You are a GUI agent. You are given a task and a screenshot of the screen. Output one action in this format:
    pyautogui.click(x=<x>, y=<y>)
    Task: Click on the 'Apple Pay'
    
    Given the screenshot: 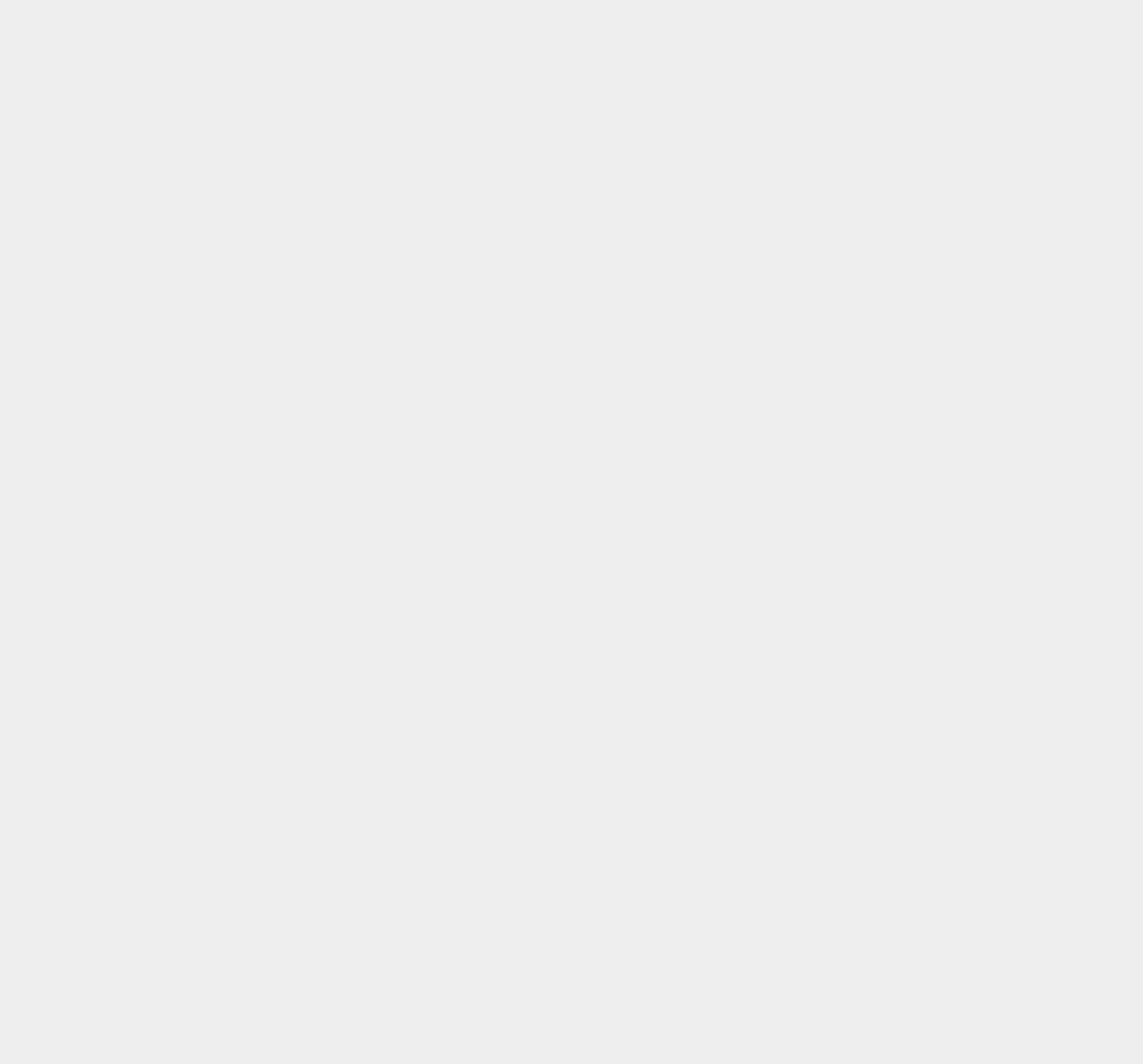 What is the action you would take?
    pyautogui.click(x=837, y=162)
    